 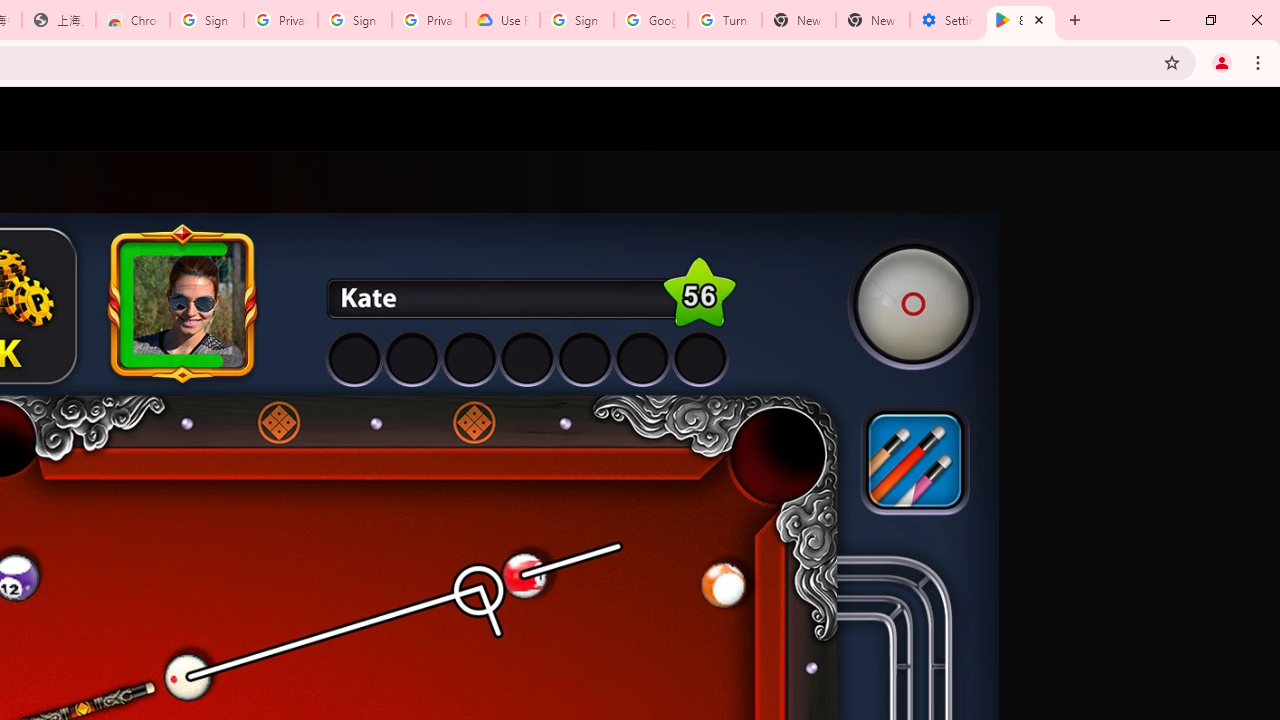 What do you see at coordinates (723, 20) in the screenshot?
I see `'Turn cookies on or off - Computer - Google Account Help'` at bounding box center [723, 20].